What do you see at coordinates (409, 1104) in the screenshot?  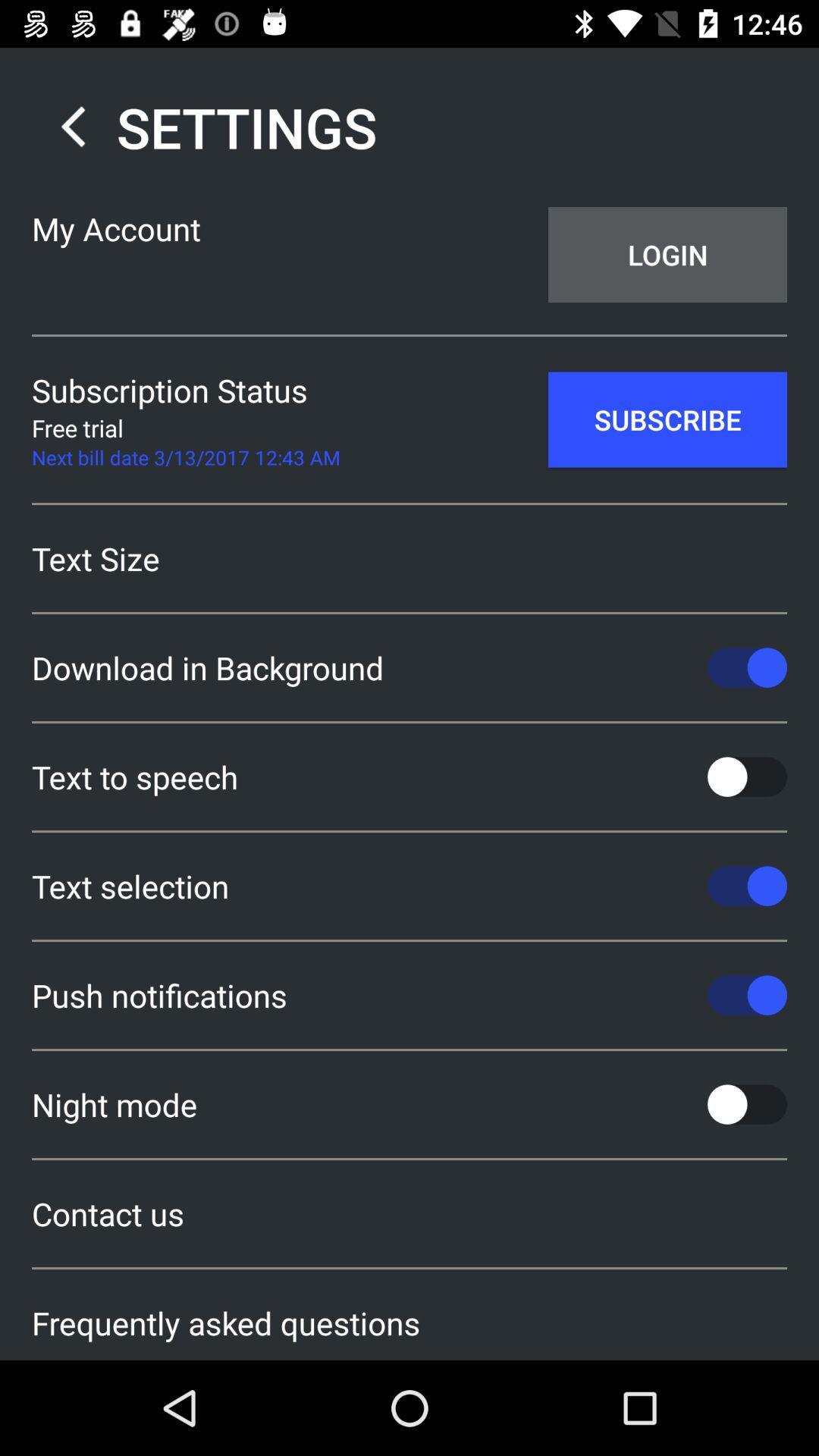 I see `the night mode` at bounding box center [409, 1104].